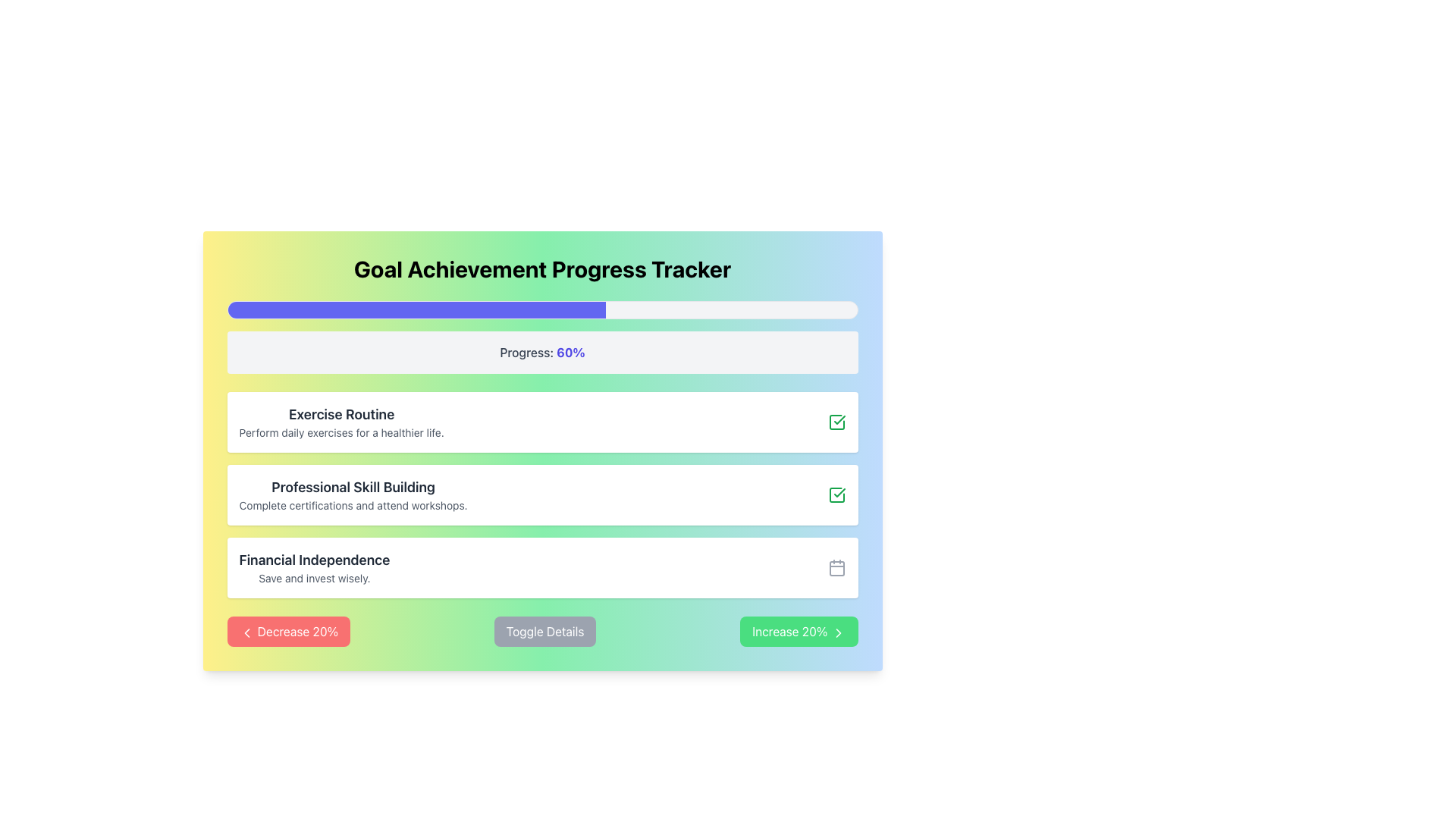  What do you see at coordinates (837, 632) in the screenshot?
I see `the Chevron Right icon located within the green button labeled 'Increase 20%' at the bottom-right corner` at bounding box center [837, 632].